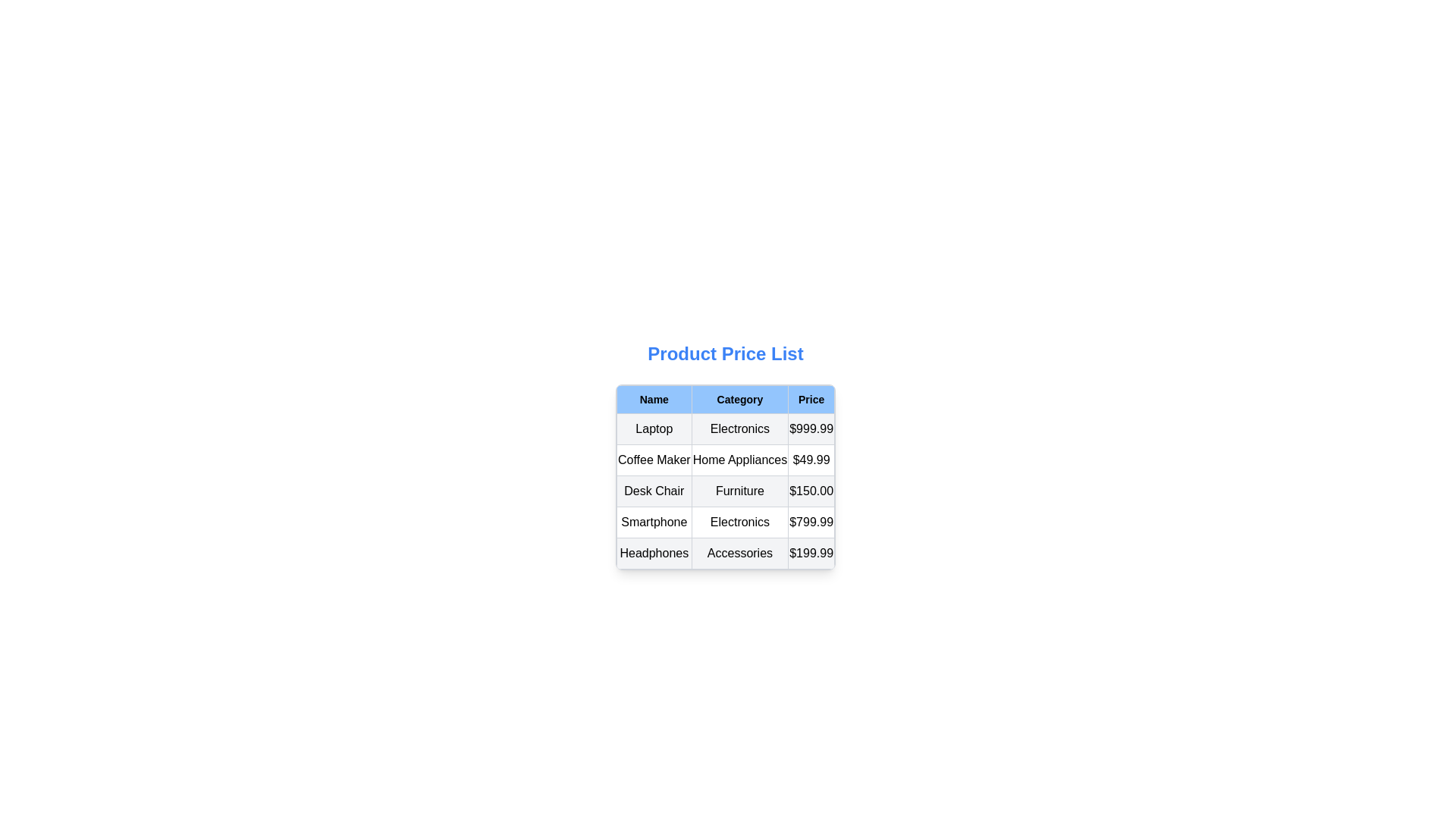  What do you see at coordinates (739, 491) in the screenshot?
I see `the text label displaying 'Furniture' which is a bold label on a light gray background in the 'Category' column of the product price list table` at bounding box center [739, 491].